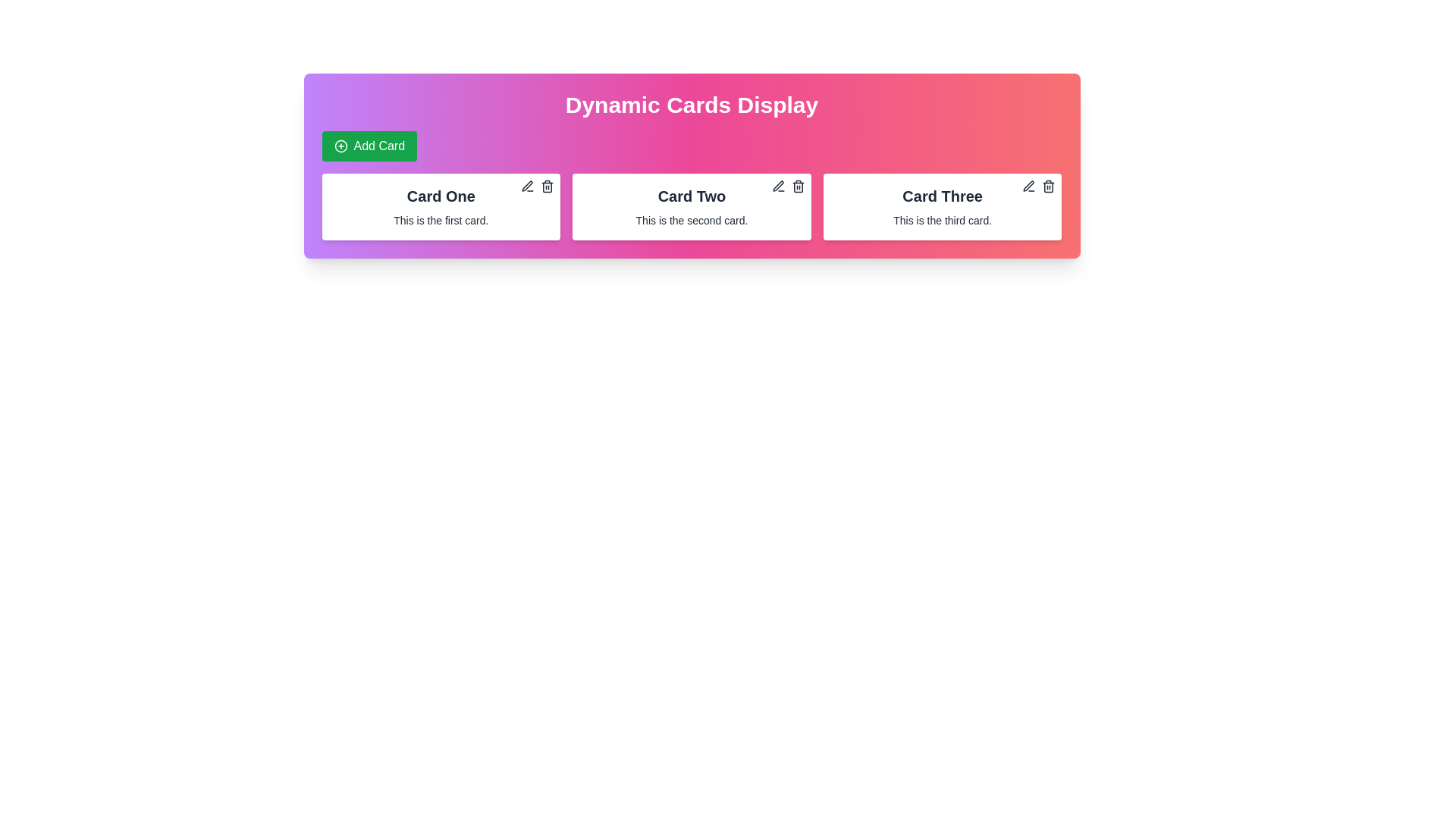 The width and height of the screenshot is (1456, 819). Describe the element at coordinates (797, 186) in the screenshot. I see `the delete icon button located in the top-right corner of 'Card Two', which is adjacent to the pencil icon` at that location.